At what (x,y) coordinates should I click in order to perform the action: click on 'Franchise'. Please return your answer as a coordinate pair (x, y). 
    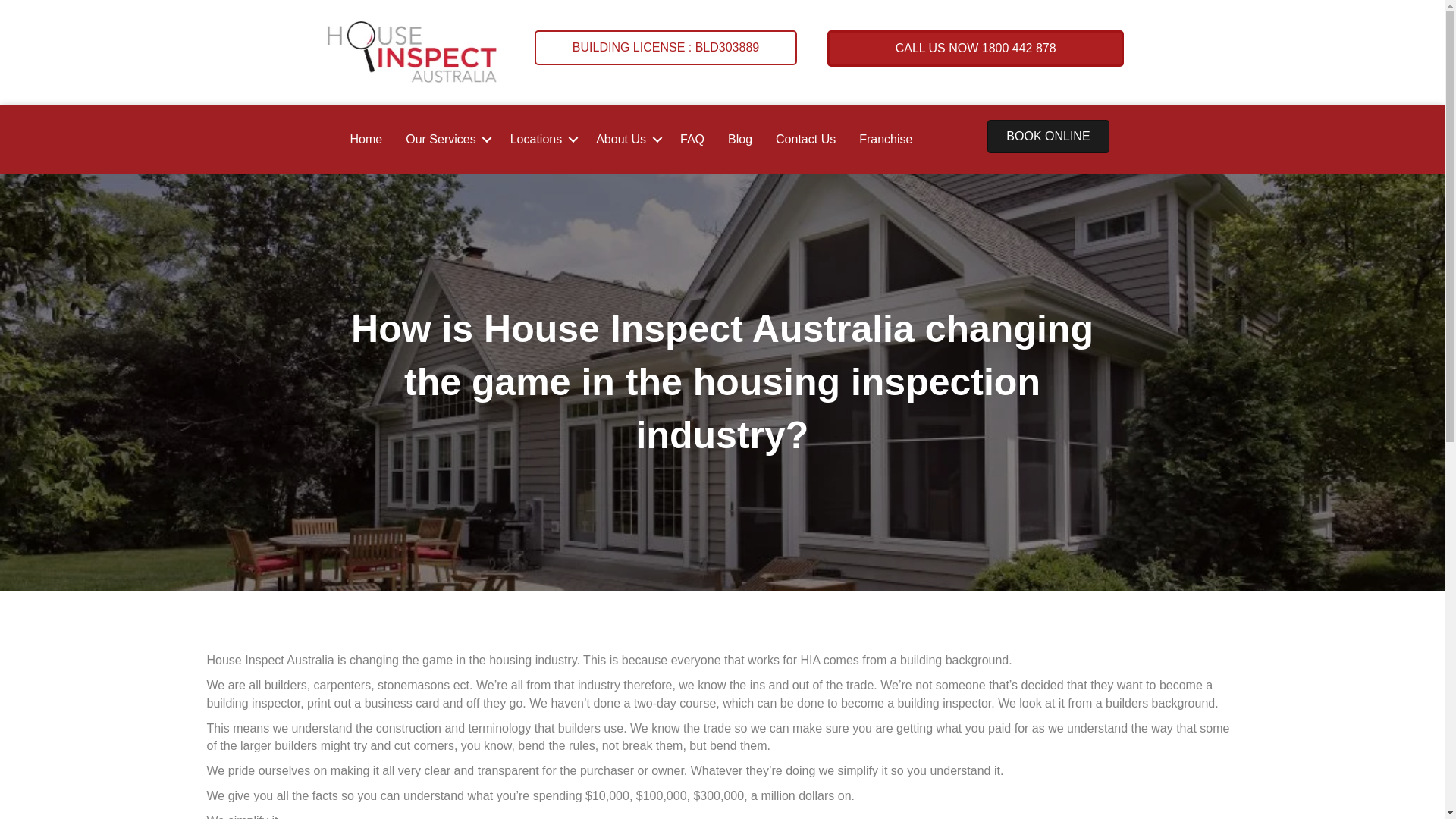
    Looking at the image, I should click on (885, 139).